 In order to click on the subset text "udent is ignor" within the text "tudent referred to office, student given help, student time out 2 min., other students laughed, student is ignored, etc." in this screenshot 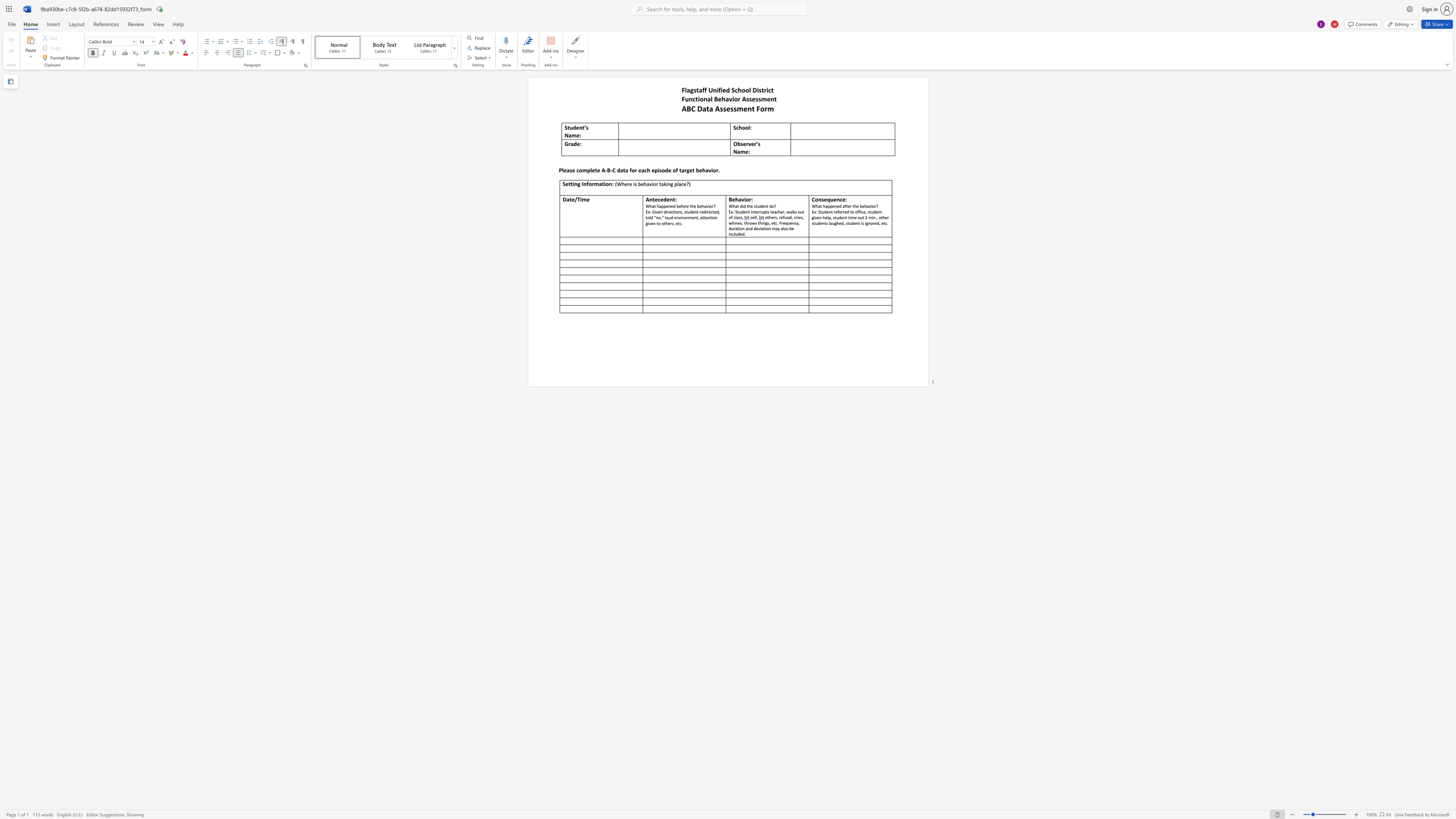, I will do `click(848, 223)`.